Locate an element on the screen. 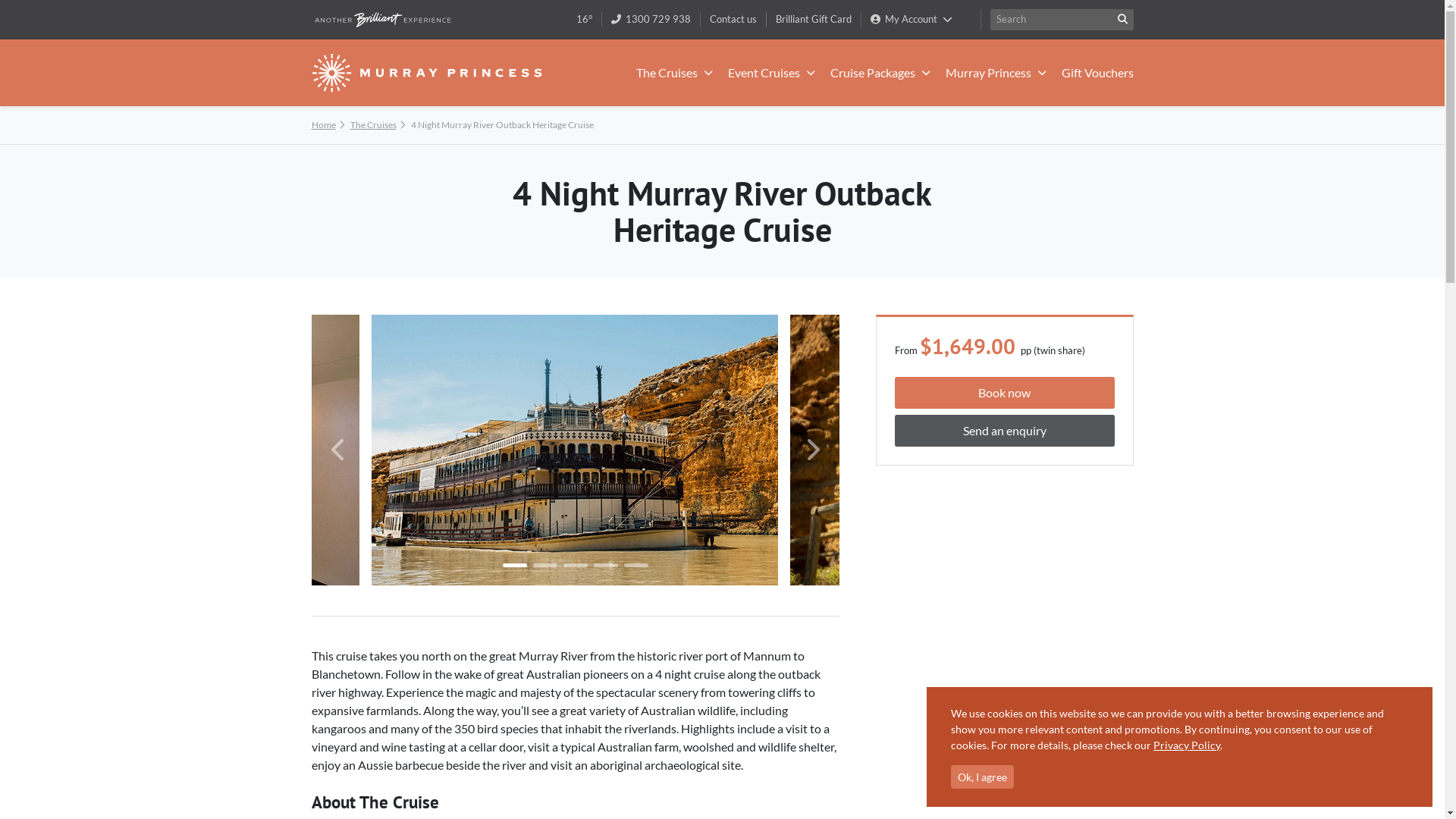 The height and width of the screenshot is (819, 1456). 'Cruise Packages' is located at coordinates (880, 73).